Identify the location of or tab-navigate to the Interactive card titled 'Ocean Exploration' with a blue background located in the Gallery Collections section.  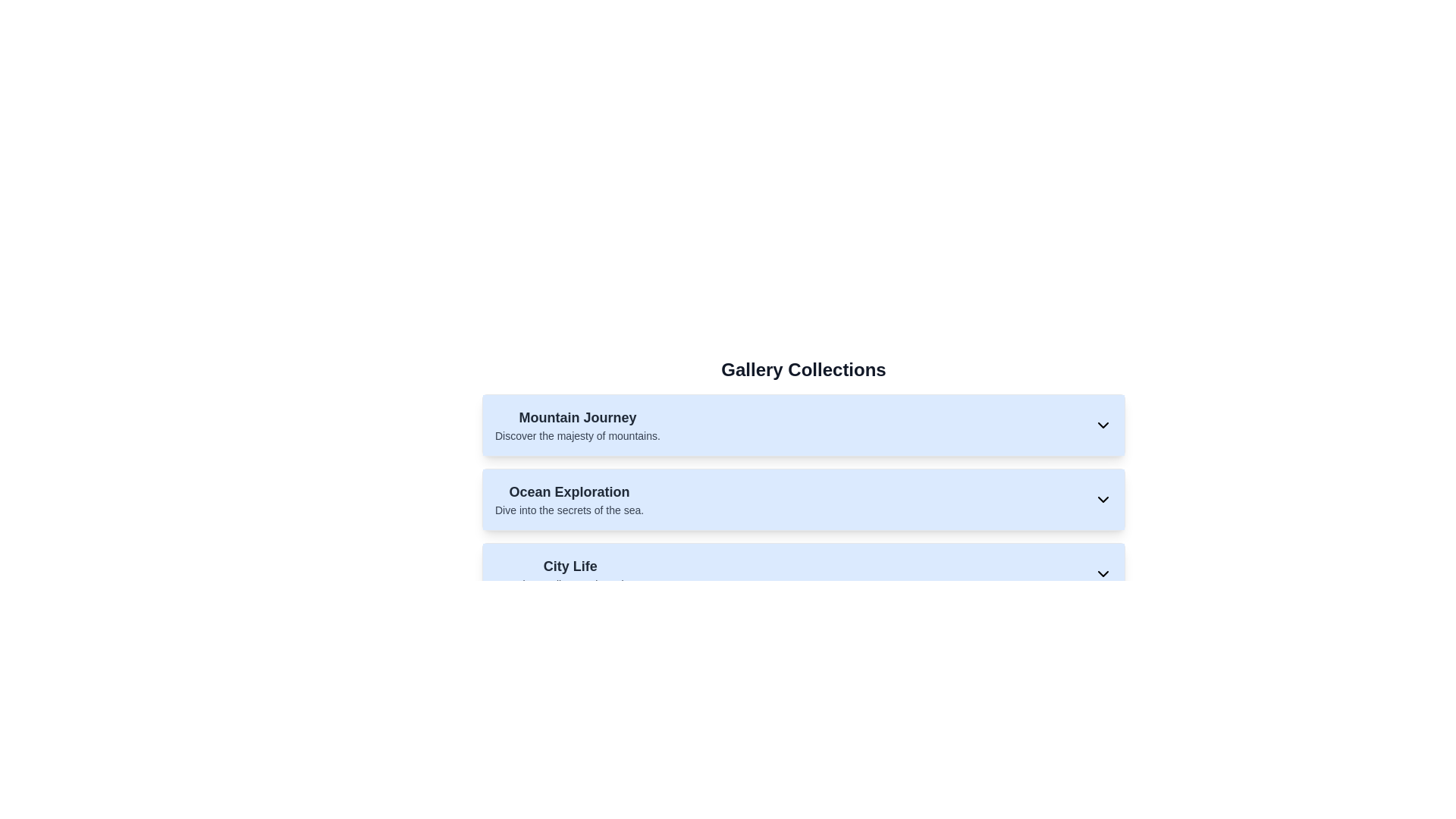
(803, 500).